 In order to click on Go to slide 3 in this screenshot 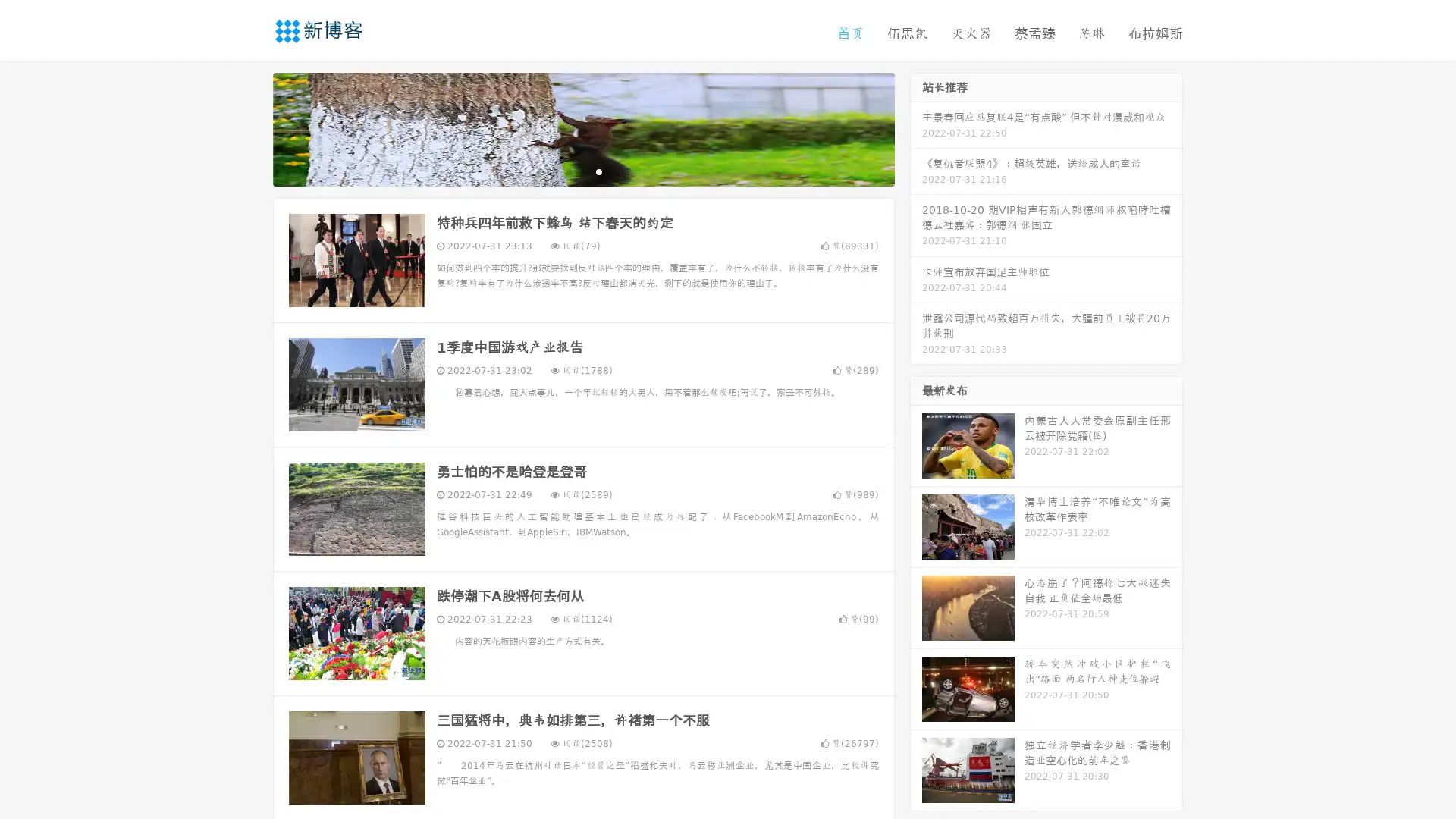, I will do `click(598, 171)`.